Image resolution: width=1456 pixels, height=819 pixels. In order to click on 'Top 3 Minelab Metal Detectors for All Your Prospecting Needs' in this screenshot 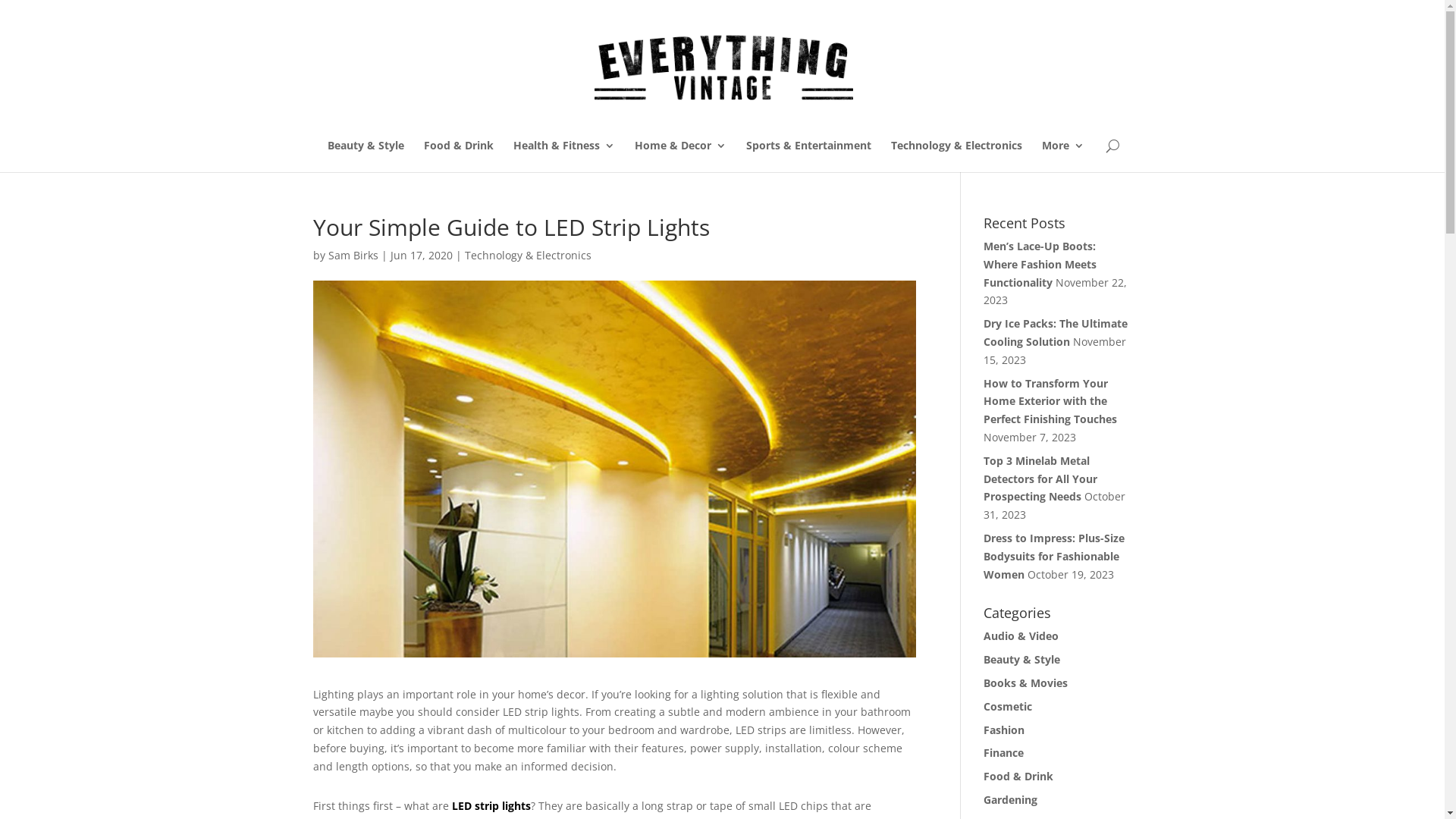, I will do `click(1040, 479)`.